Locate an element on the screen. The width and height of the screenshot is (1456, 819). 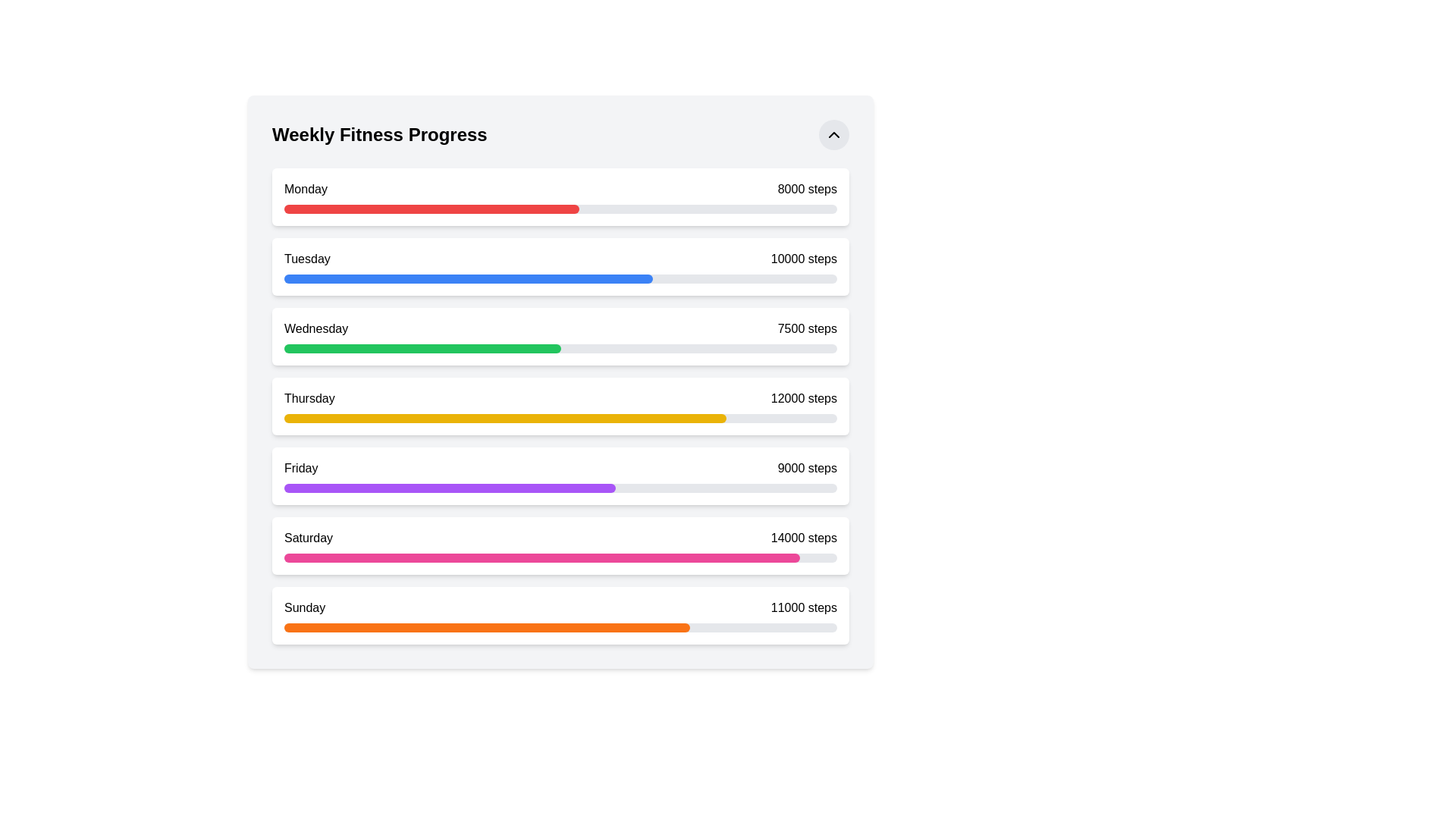
the horizontal progress bar that is yellow-filled and located below the text 'Thursday' and '12000 steps' within the card labeled 'Thursday - 12000 steps' is located at coordinates (560, 415).